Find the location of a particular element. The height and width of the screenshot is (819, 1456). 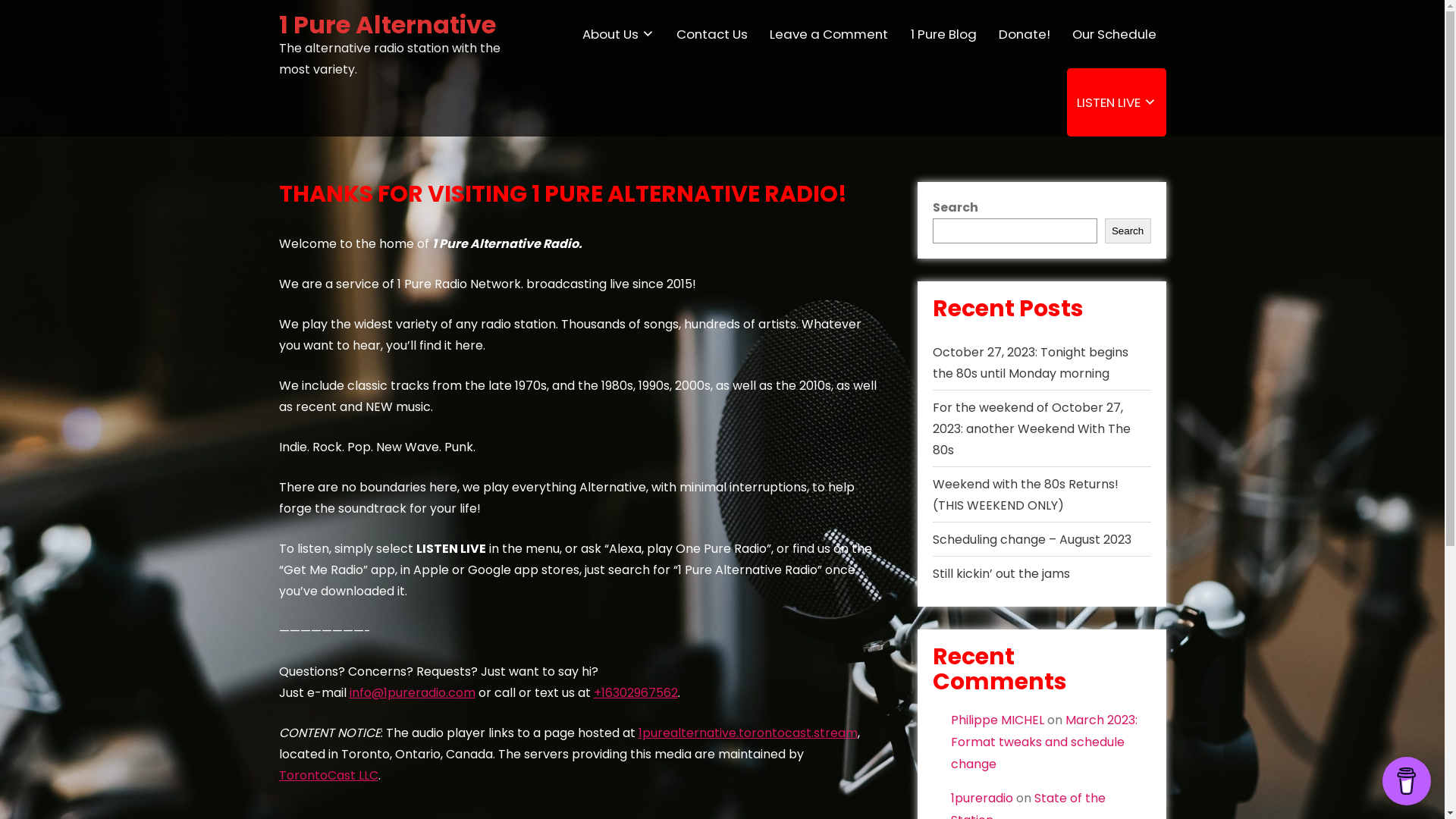

'TorontoCast LLC' is located at coordinates (328, 775).